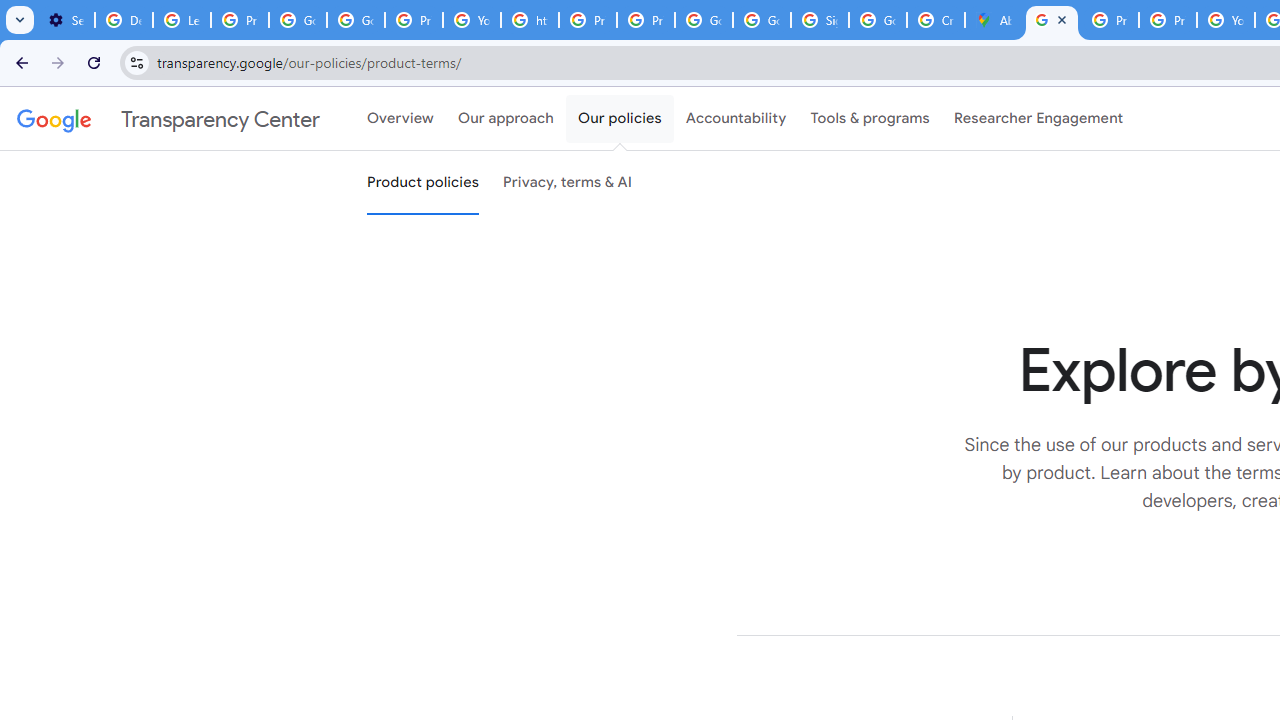 Image resolution: width=1280 pixels, height=720 pixels. I want to click on 'Create your Google Account', so click(935, 20).